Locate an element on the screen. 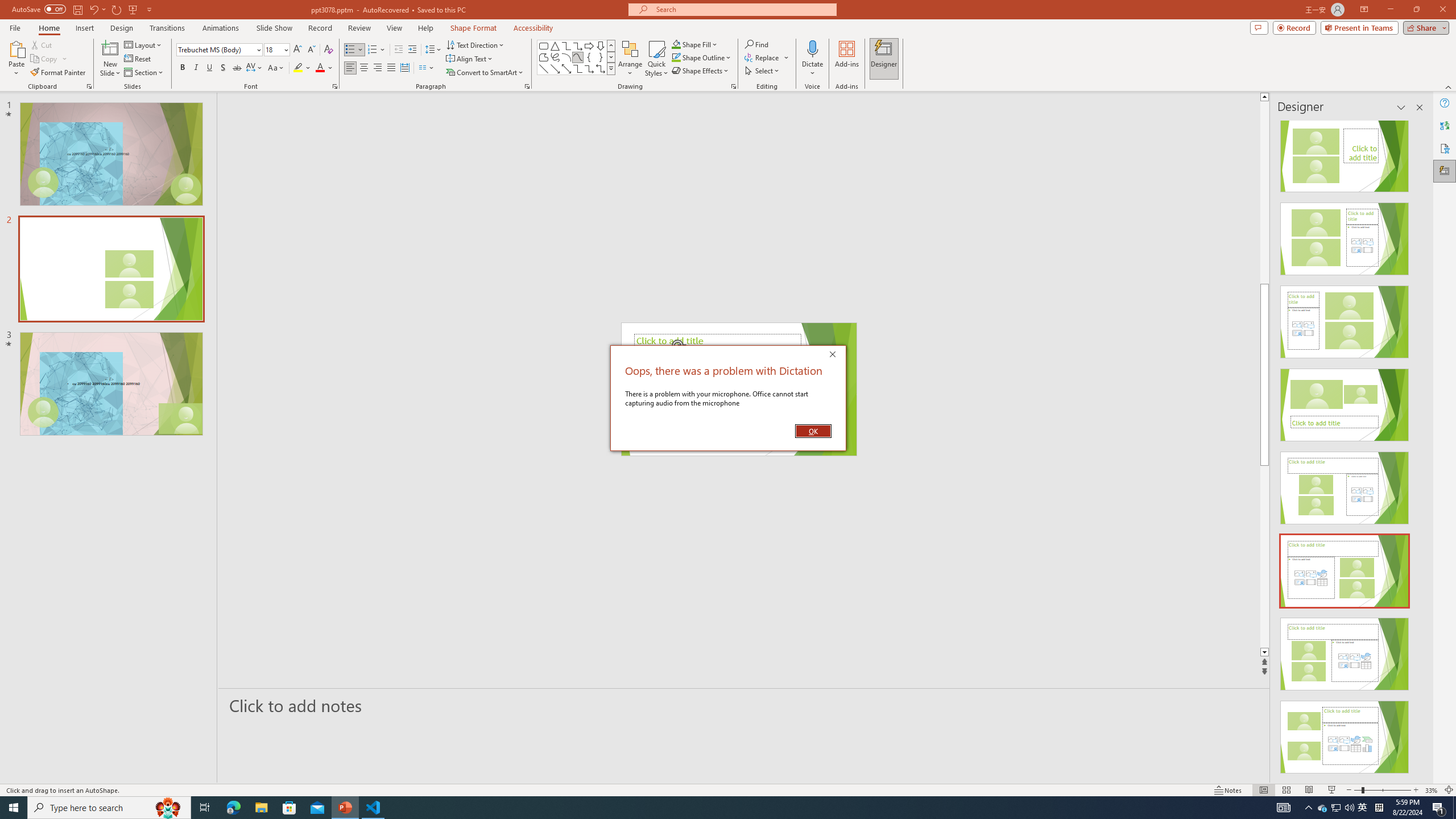 The width and height of the screenshot is (1456, 819). 'Line Arrow: Double' is located at coordinates (565, 68).